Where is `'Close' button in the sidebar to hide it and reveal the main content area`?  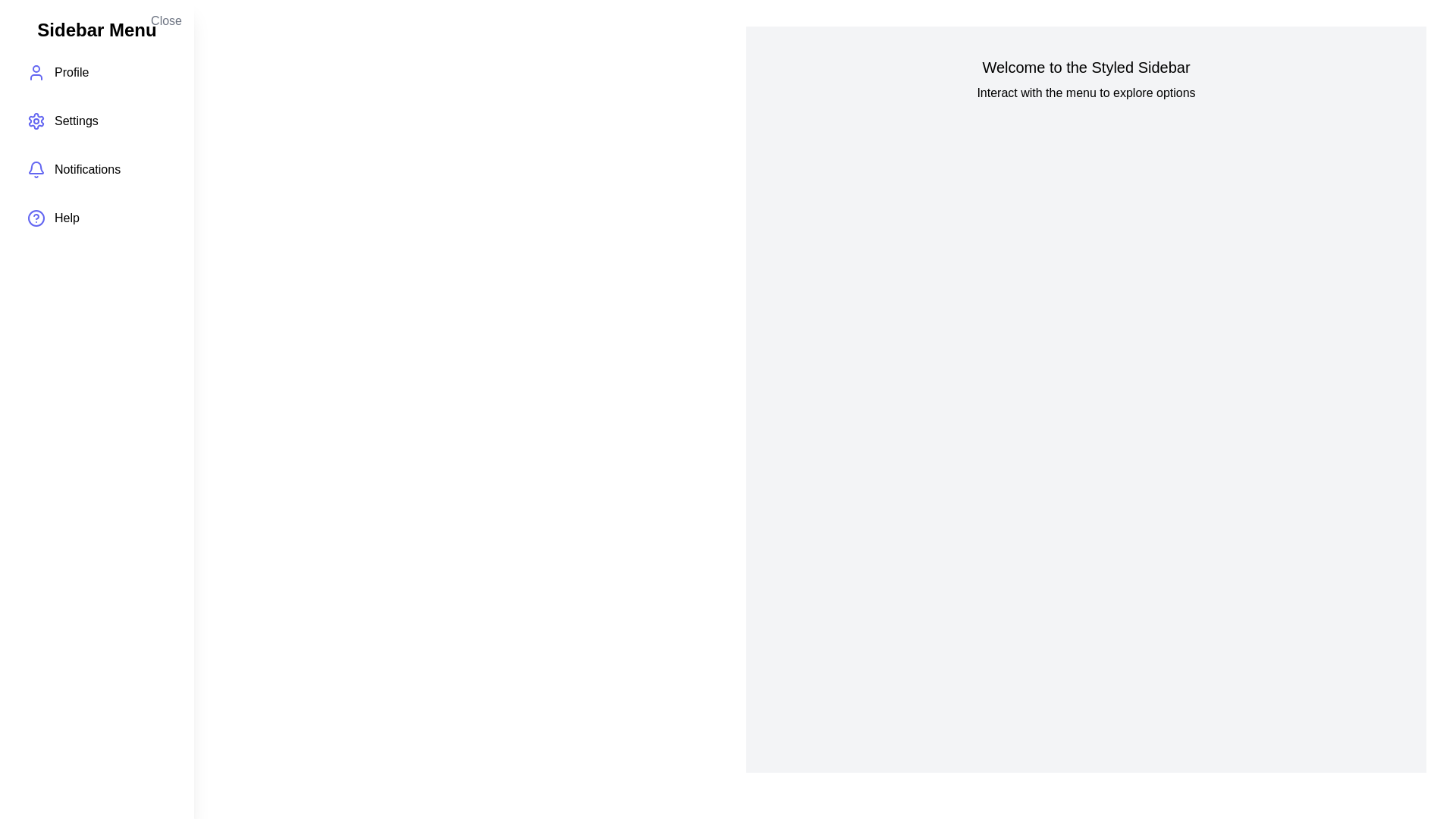 'Close' button in the sidebar to hide it and reveal the main content area is located at coordinates (166, 20).